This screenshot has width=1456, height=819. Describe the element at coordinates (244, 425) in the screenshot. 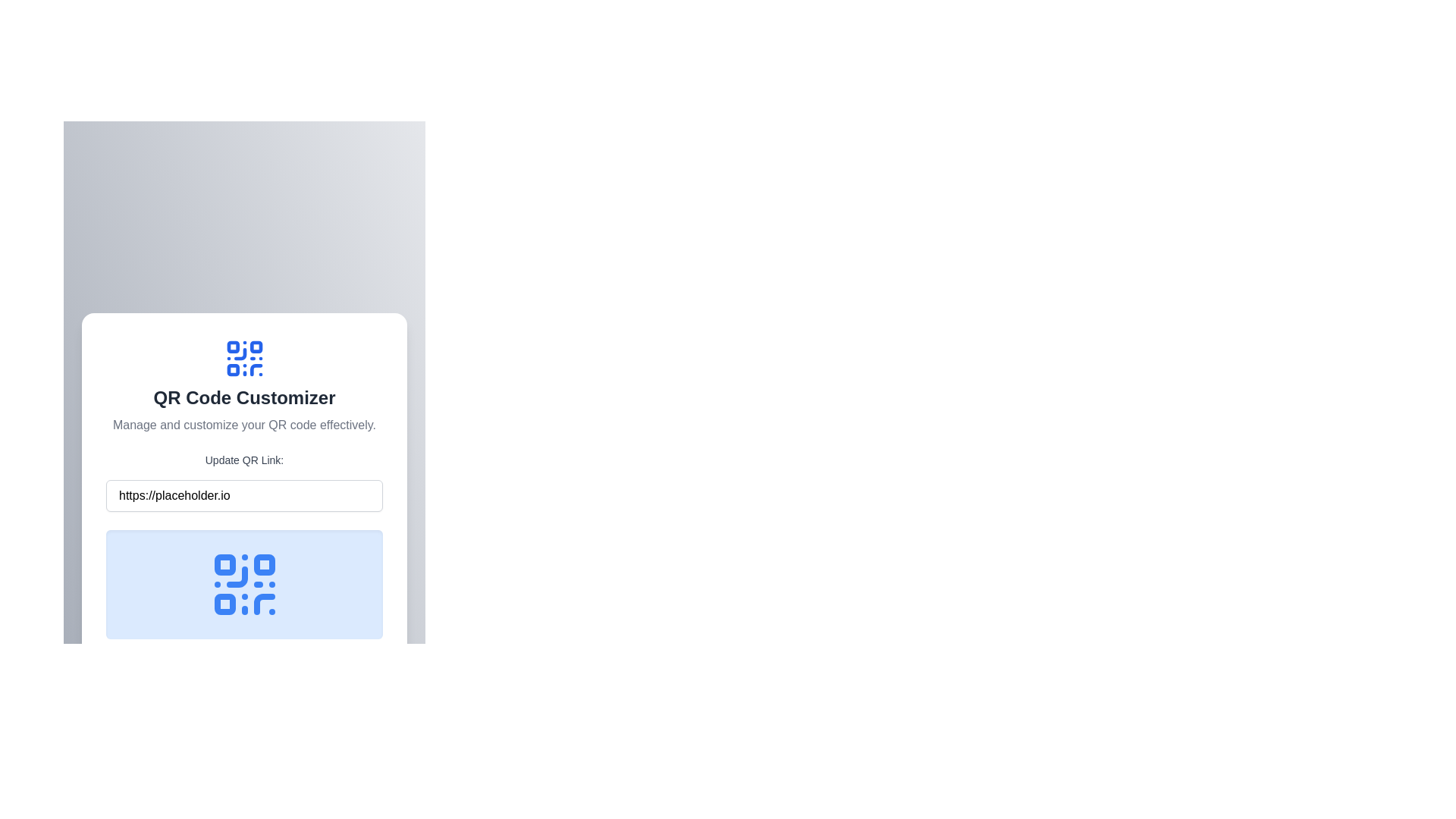

I see `the static text element that provides guidance about the QR code customizer section, located below the title 'QR Code Customizer' and above the input field 'Update QR Link'` at that location.